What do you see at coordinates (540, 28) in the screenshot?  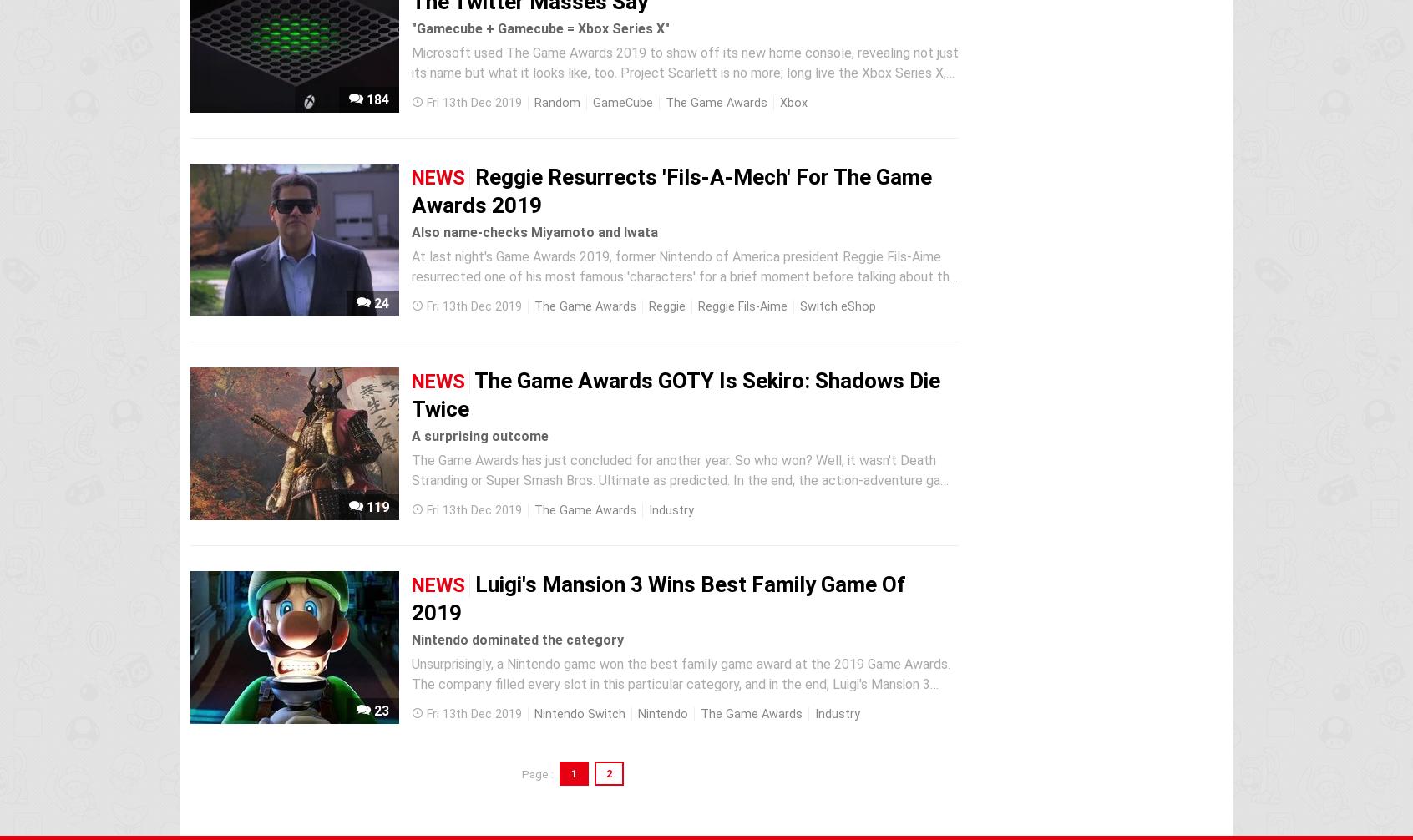 I see `'"Gamecube + Gamecube = Xbox Series X"'` at bounding box center [540, 28].